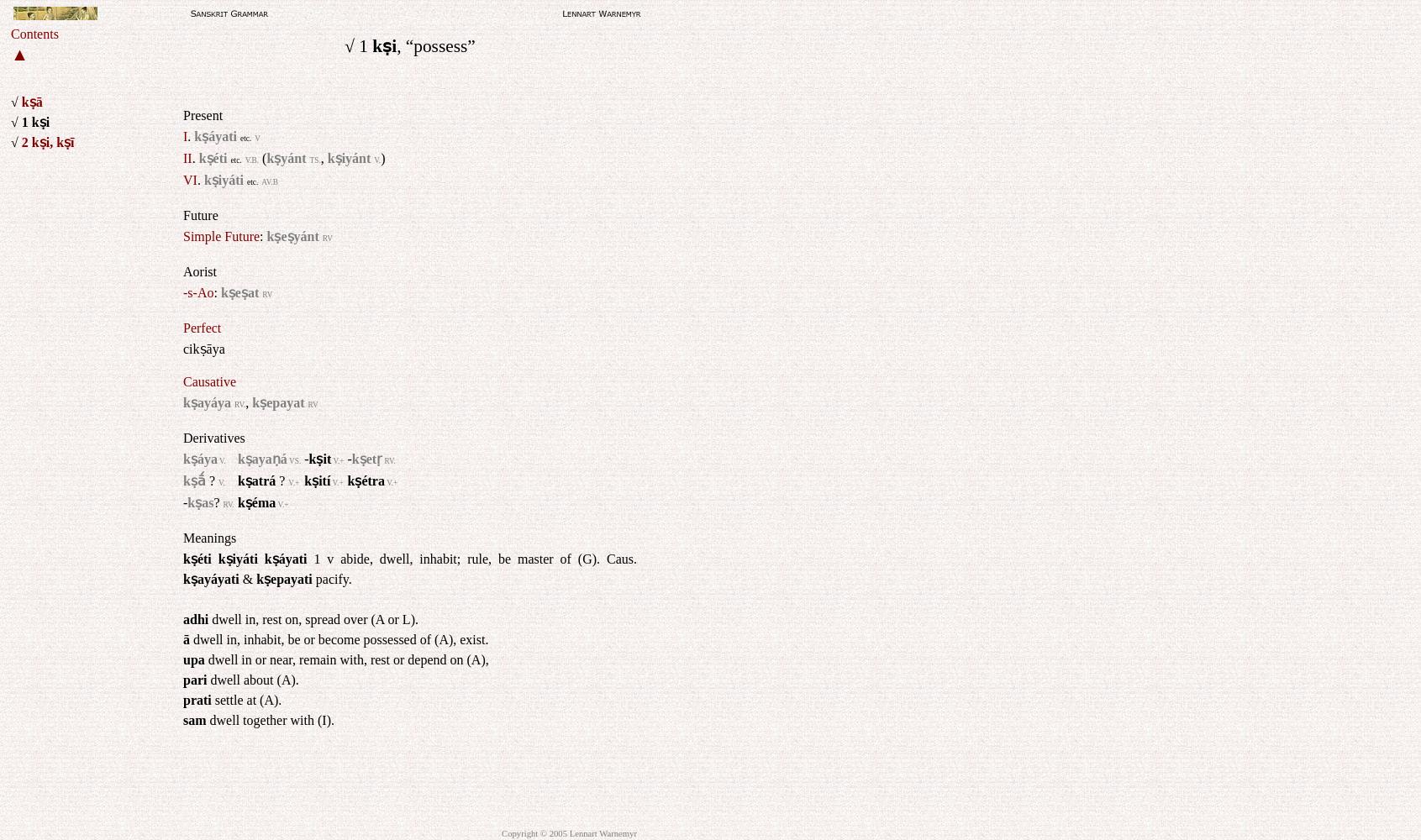  What do you see at coordinates (313, 159) in the screenshot?
I see `'TS.'` at bounding box center [313, 159].